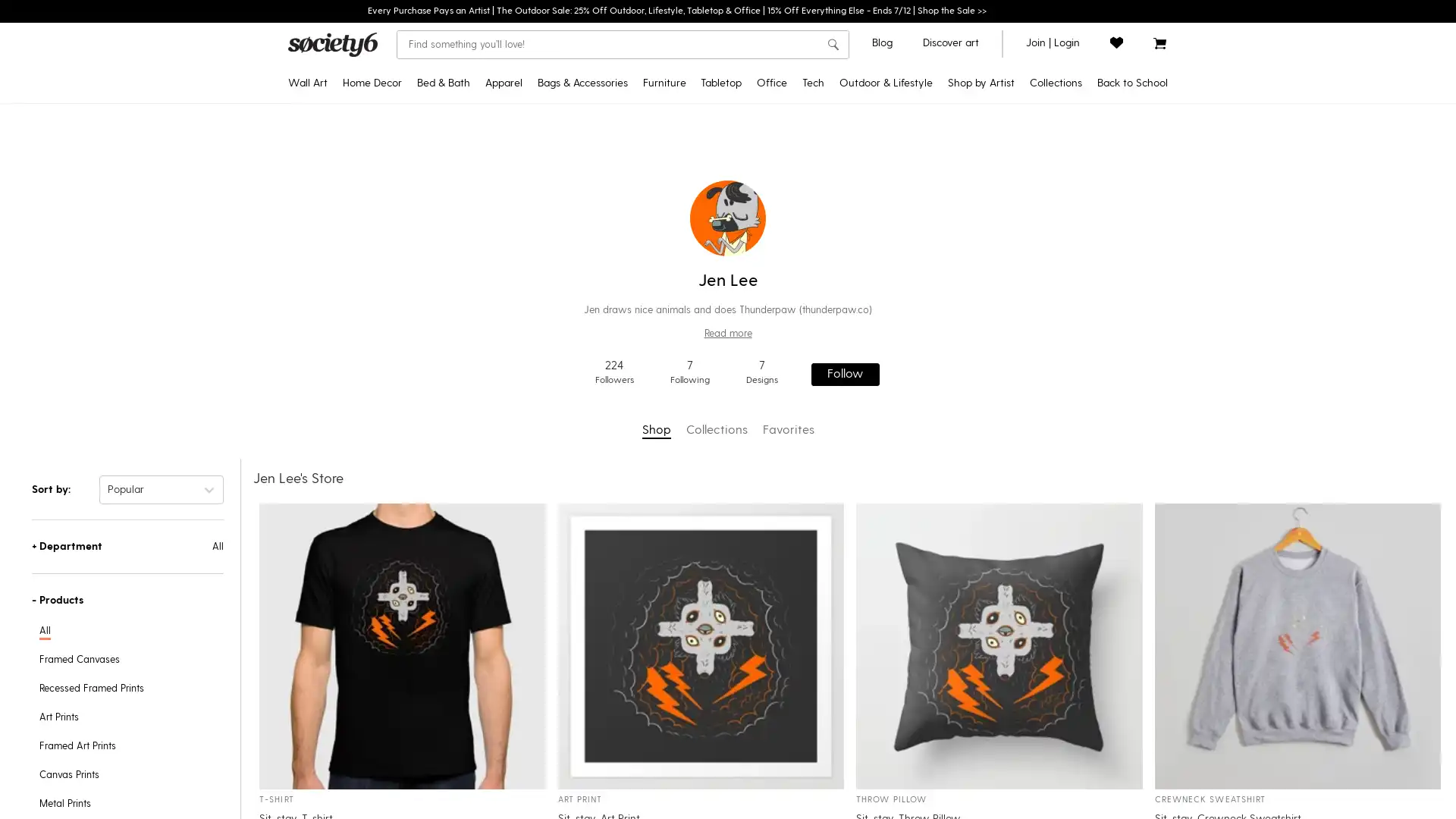  What do you see at coordinates (307, 83) in the screenshot?
I see `Wall Art` at bounding box center [307, 83].